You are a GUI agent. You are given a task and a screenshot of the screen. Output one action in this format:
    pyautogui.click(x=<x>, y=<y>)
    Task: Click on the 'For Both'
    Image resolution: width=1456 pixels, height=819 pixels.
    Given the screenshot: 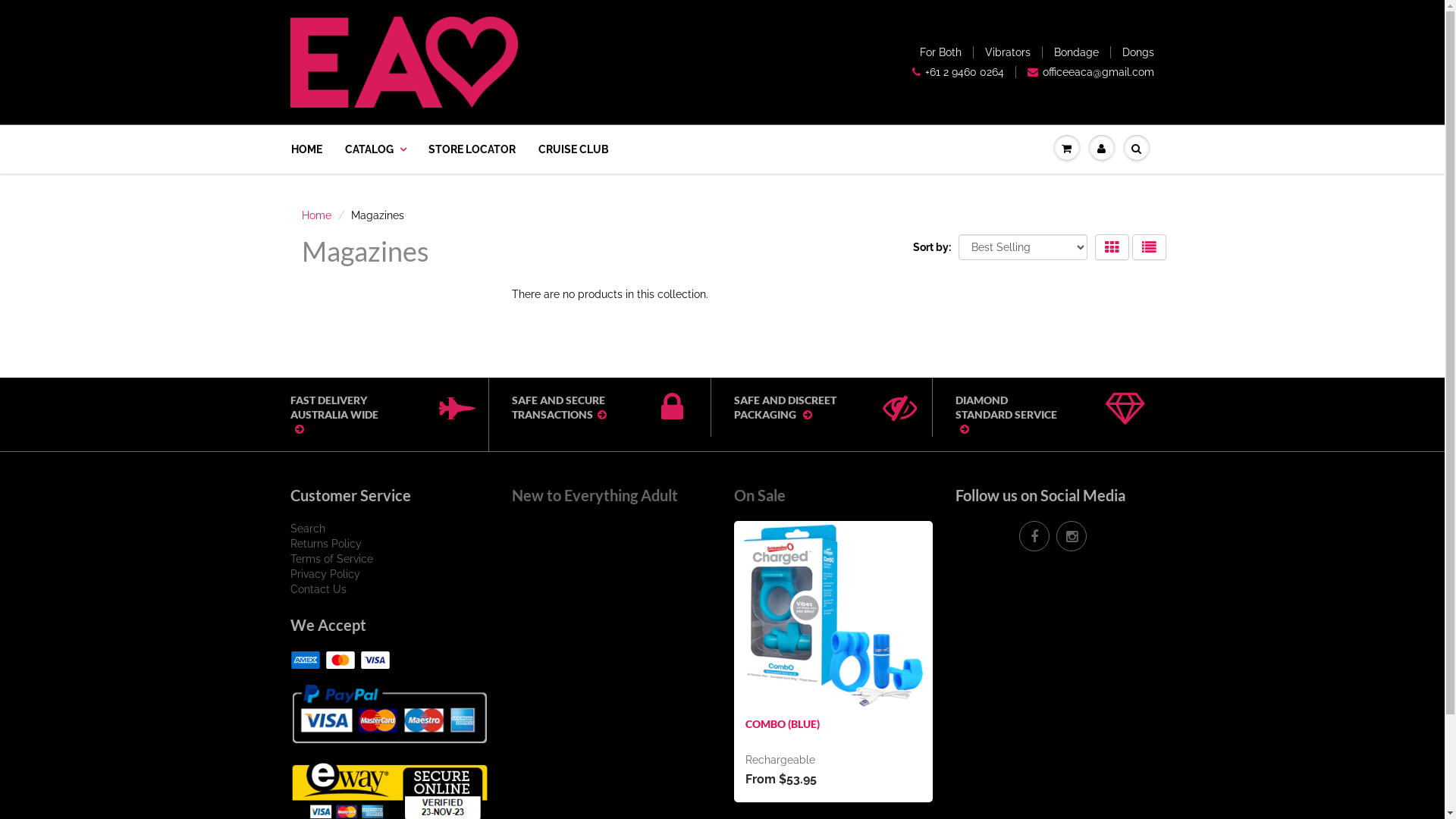 What is the action you would take?
    pyautogui.click(x=940, y=52)
    